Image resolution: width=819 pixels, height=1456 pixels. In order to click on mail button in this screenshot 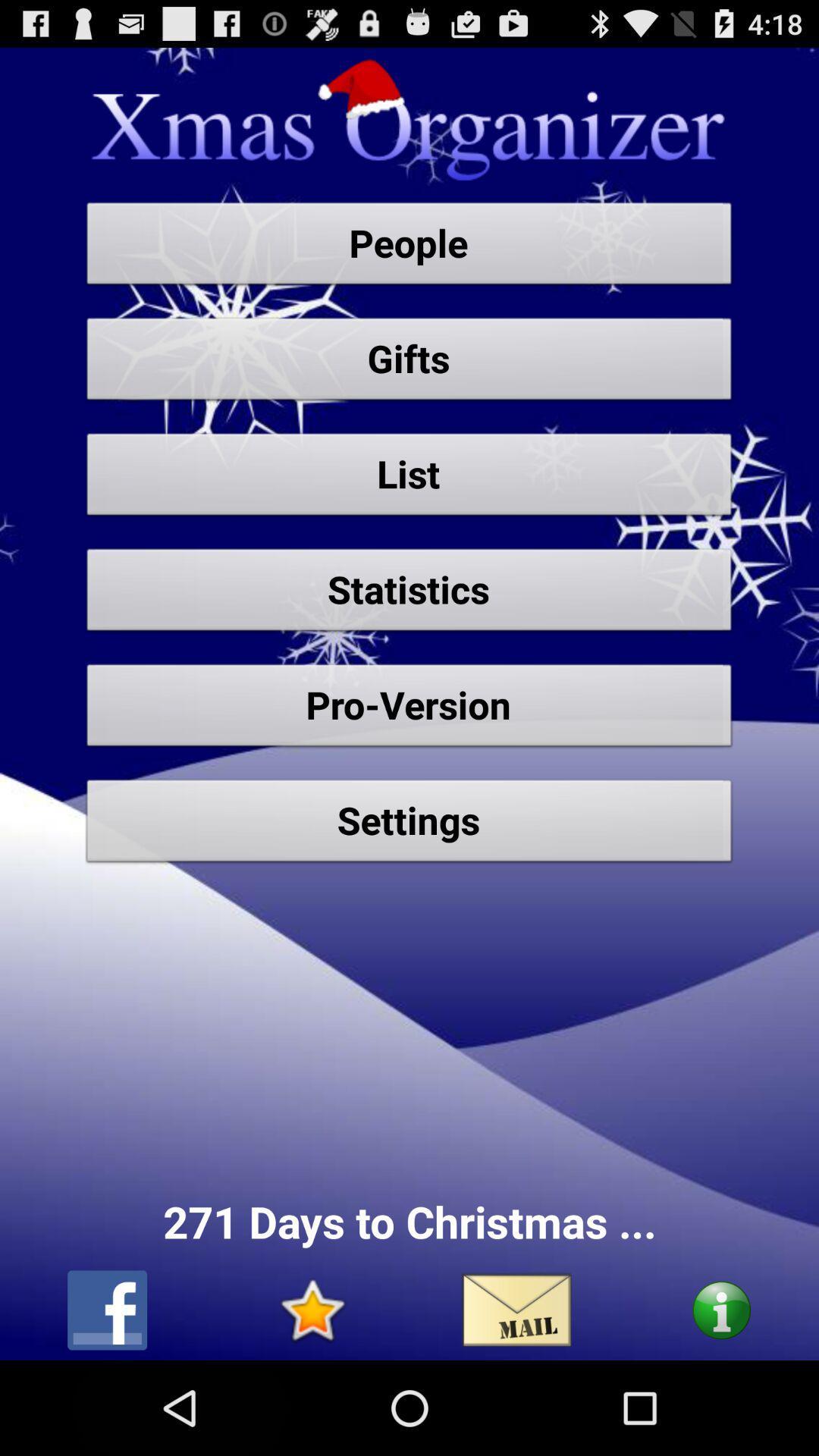, I will do `click(516, 1310)`.